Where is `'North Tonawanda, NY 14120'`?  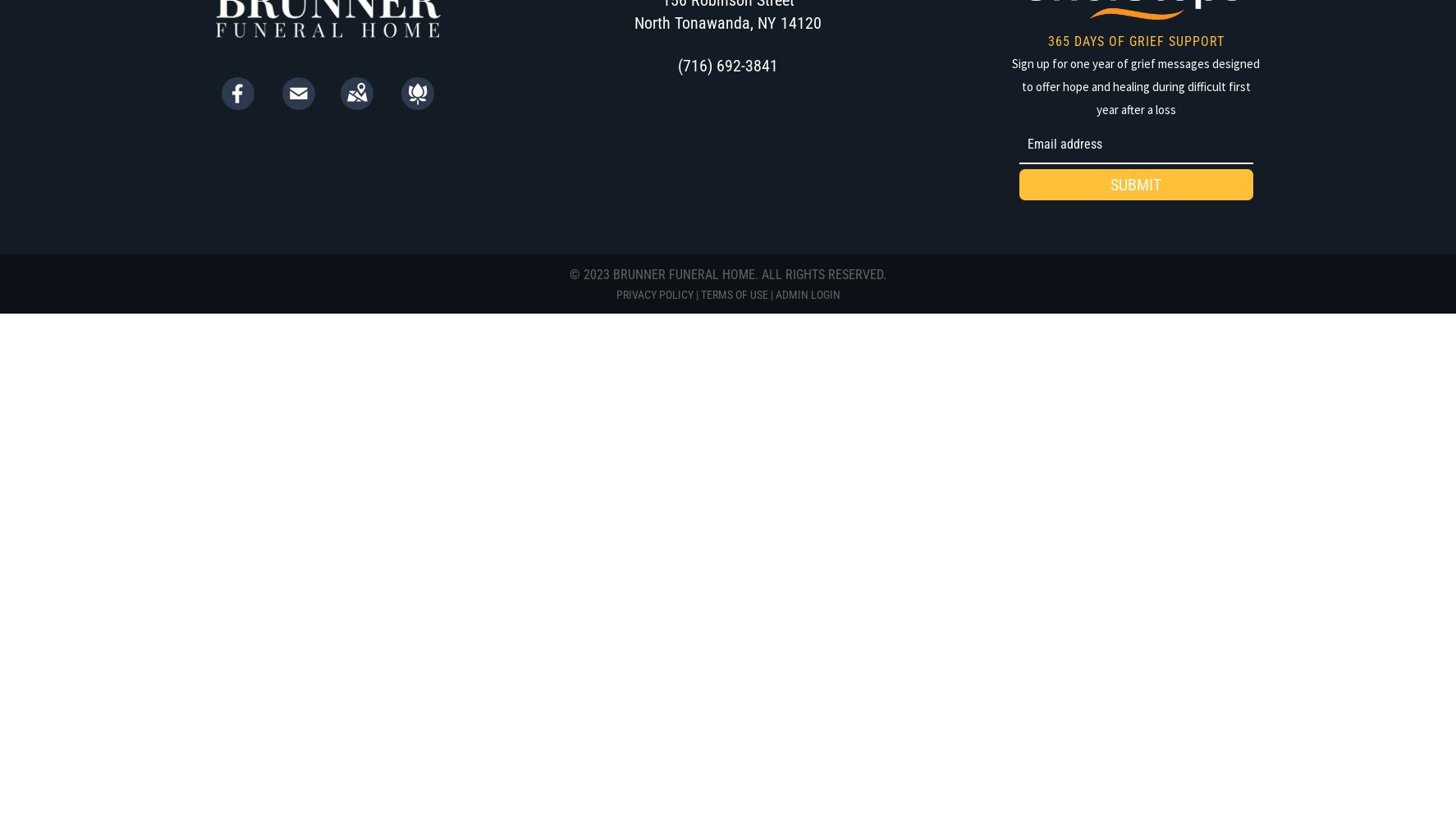 'North Tonawanda, NY 14120' is located at coordinates (728, 22).